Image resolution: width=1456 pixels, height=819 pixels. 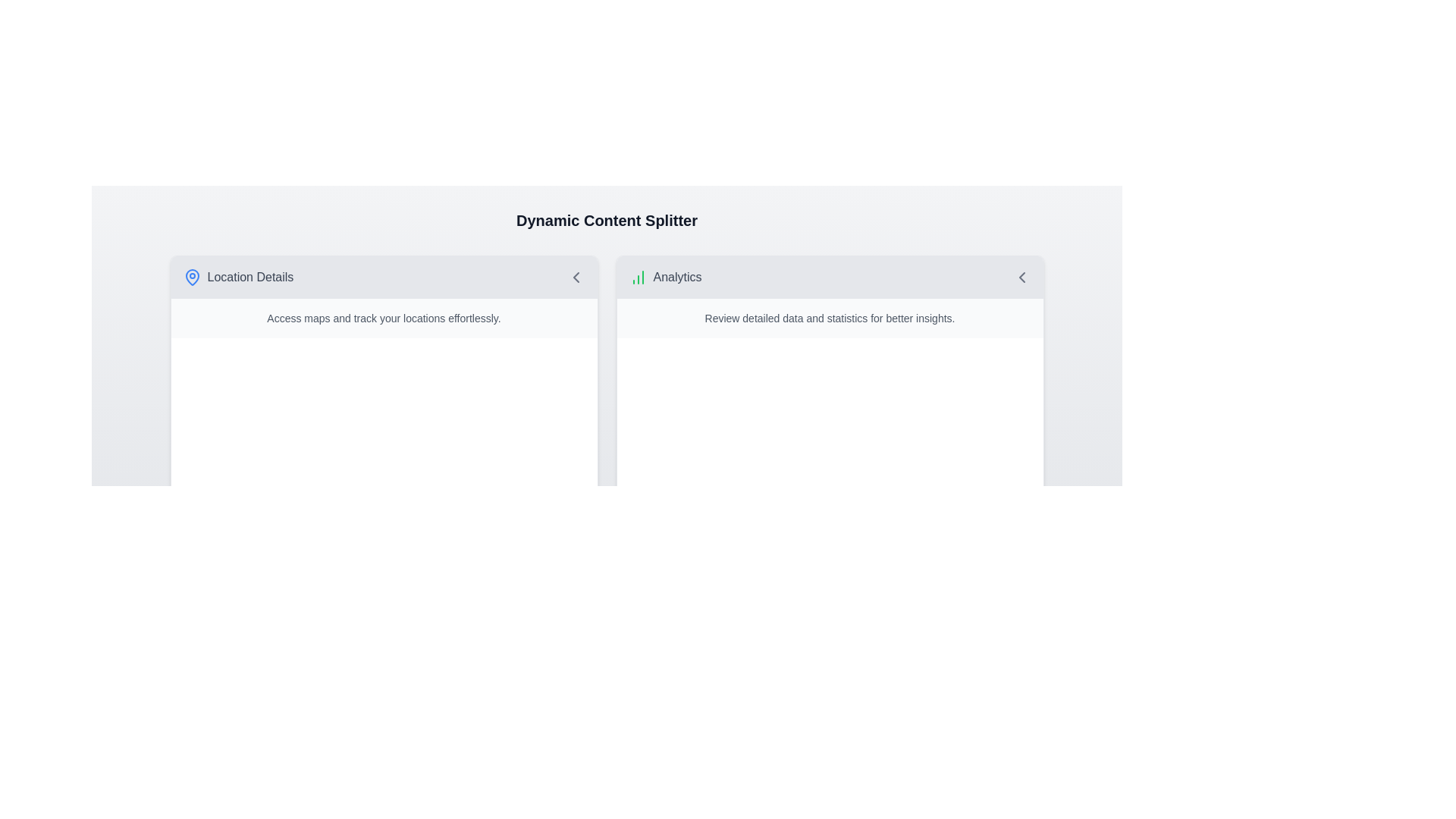 What do you see at coordinates (384, 318) in the screenshot?
I see `the text label containing the phrase 'Access maps and track your locations effortlessly.' which is styled with a smaller gray font and located beneath the 'Location Details' header` at bounding box center [384, 318].